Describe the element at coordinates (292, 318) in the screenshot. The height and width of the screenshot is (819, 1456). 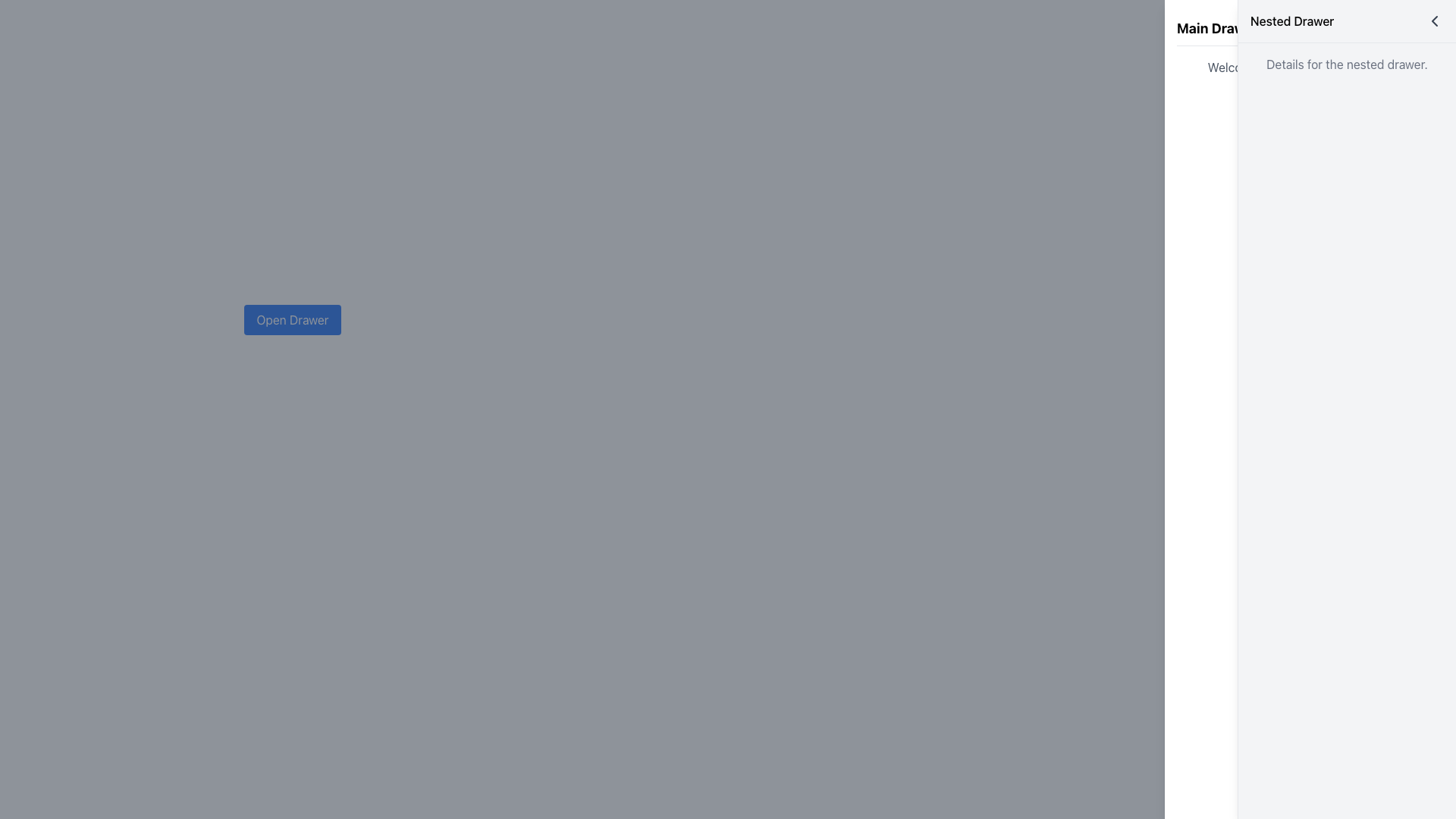
I see `the 'Open Drawer' button, which is a rectangular button with rounded corners, a blue background, and white text` at that location.